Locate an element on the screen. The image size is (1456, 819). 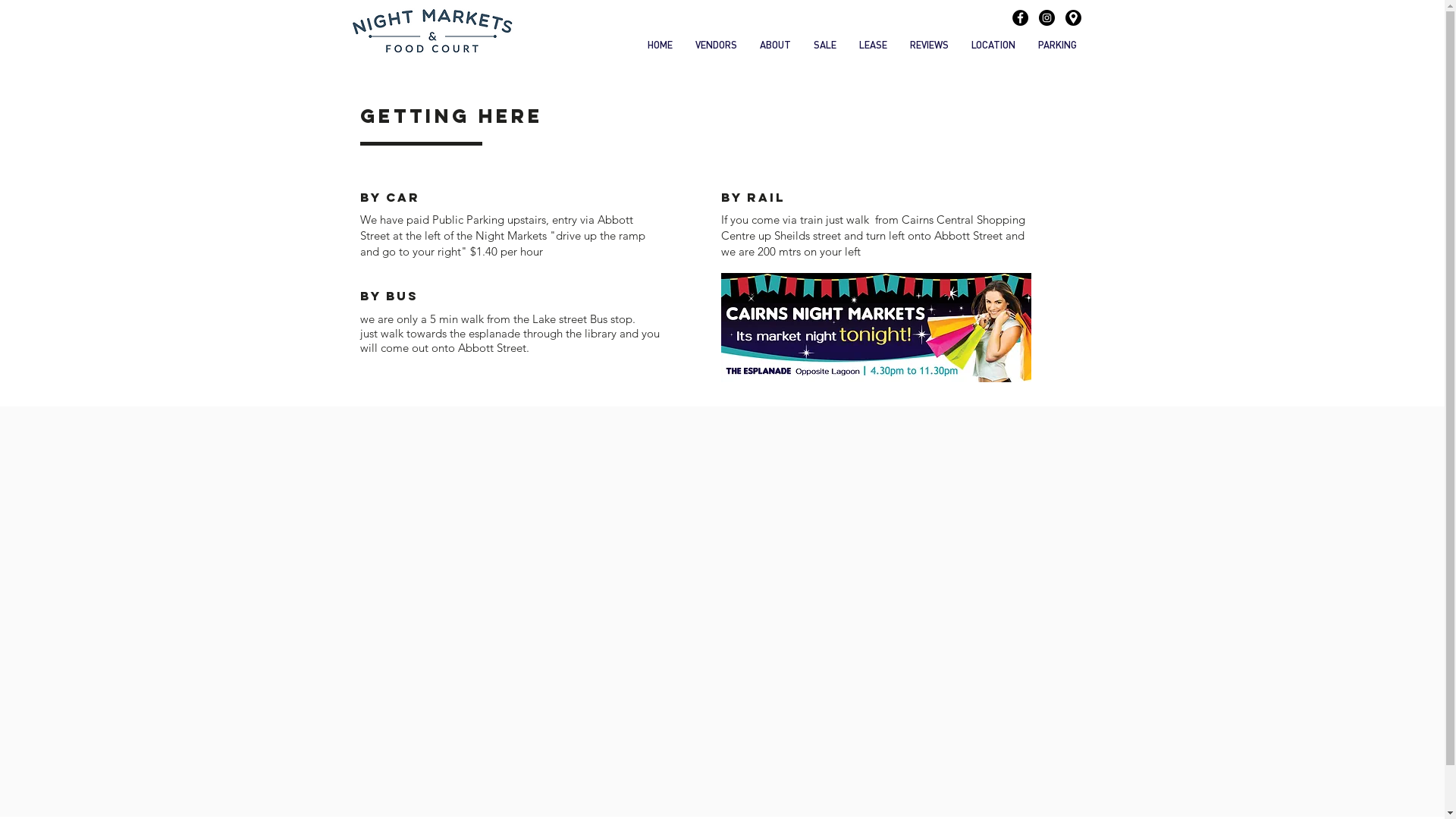
'SALE' is located at coordinates (824, 43).